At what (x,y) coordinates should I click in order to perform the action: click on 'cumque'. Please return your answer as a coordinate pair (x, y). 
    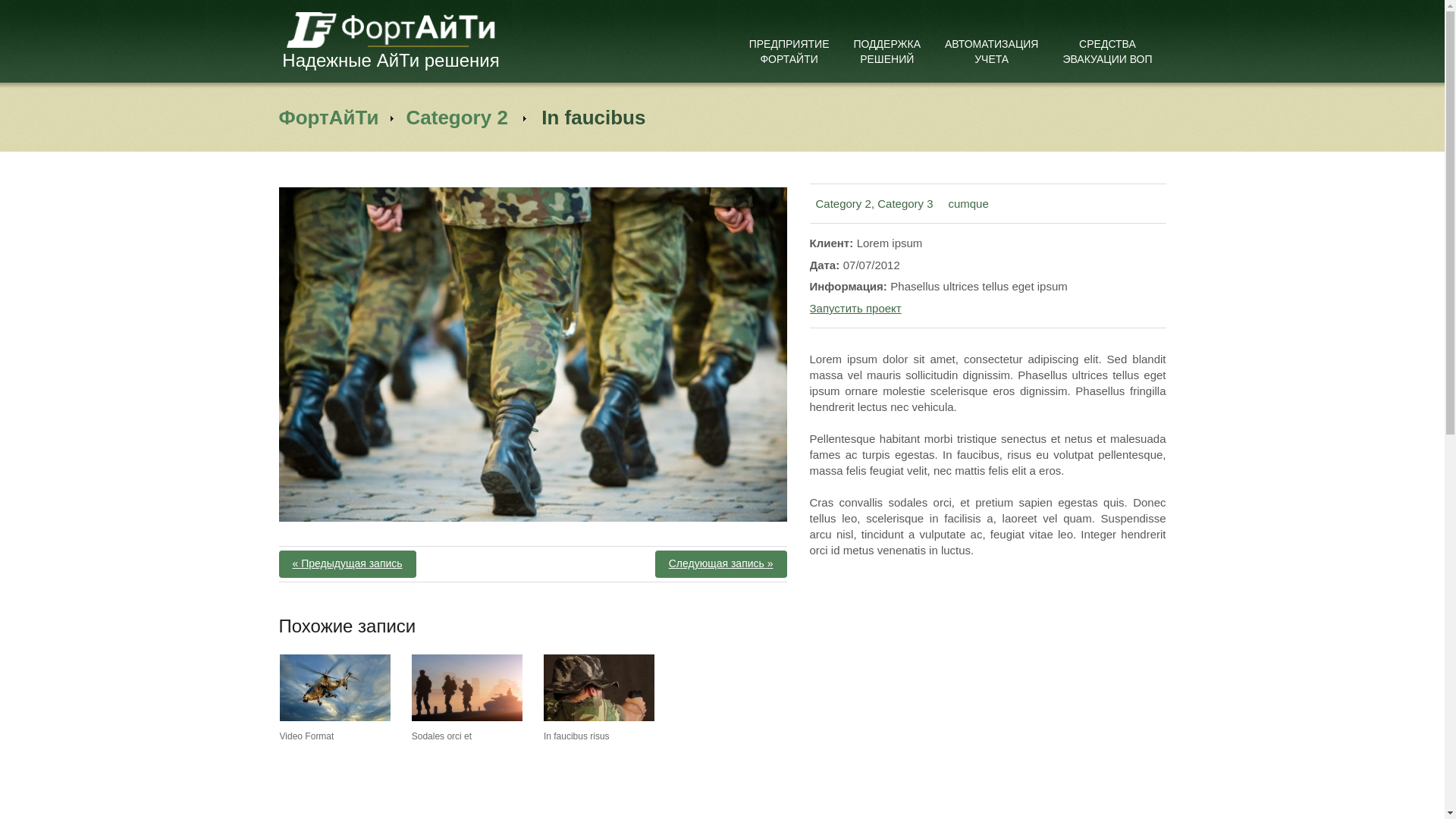
    Looking at the image, I should click on (967, 202).